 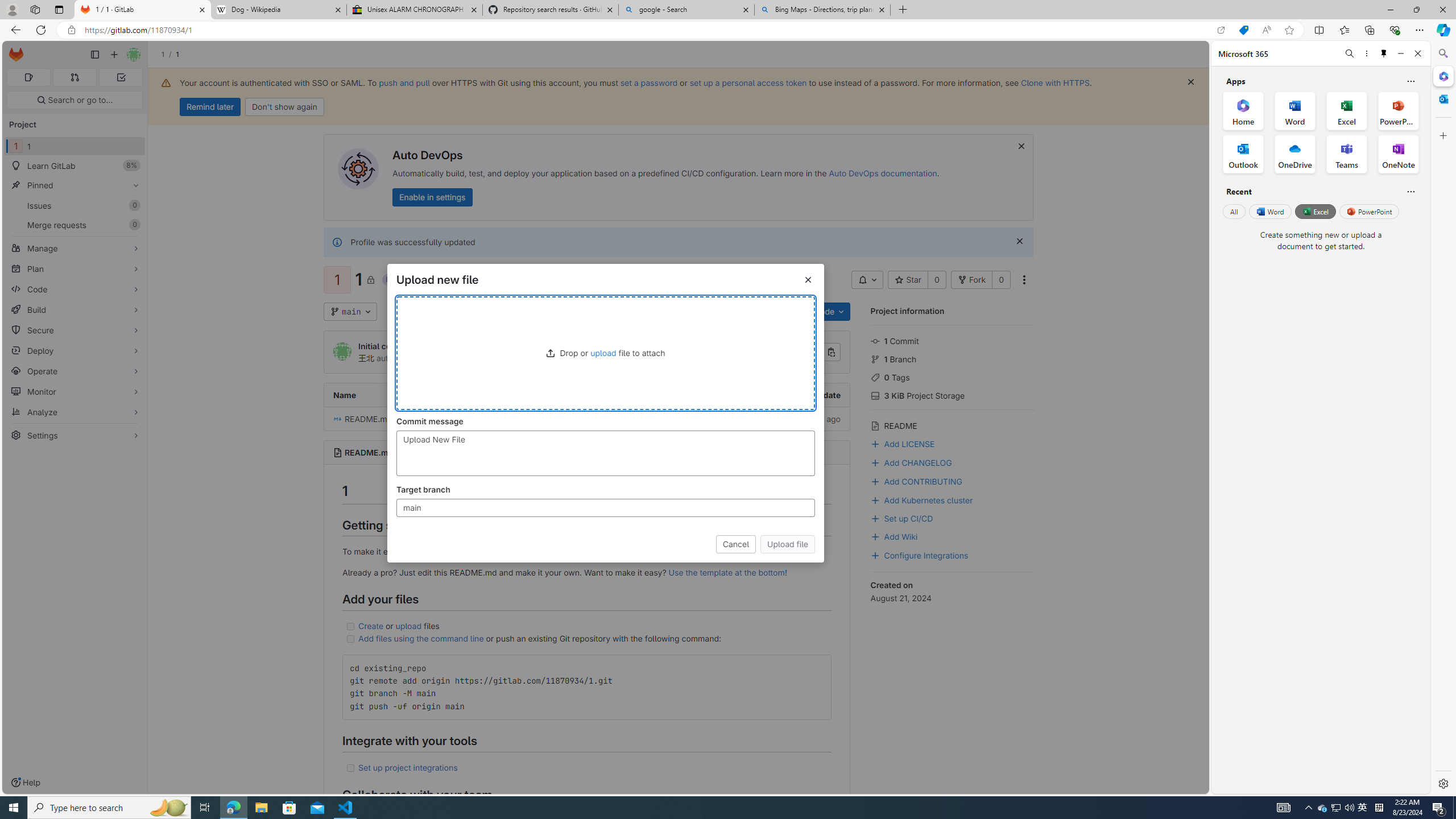 What do you see at coordinates (953, 517) in the screenshot?
I see `'Set up CI/CD'` at bounding box center [953, 517].